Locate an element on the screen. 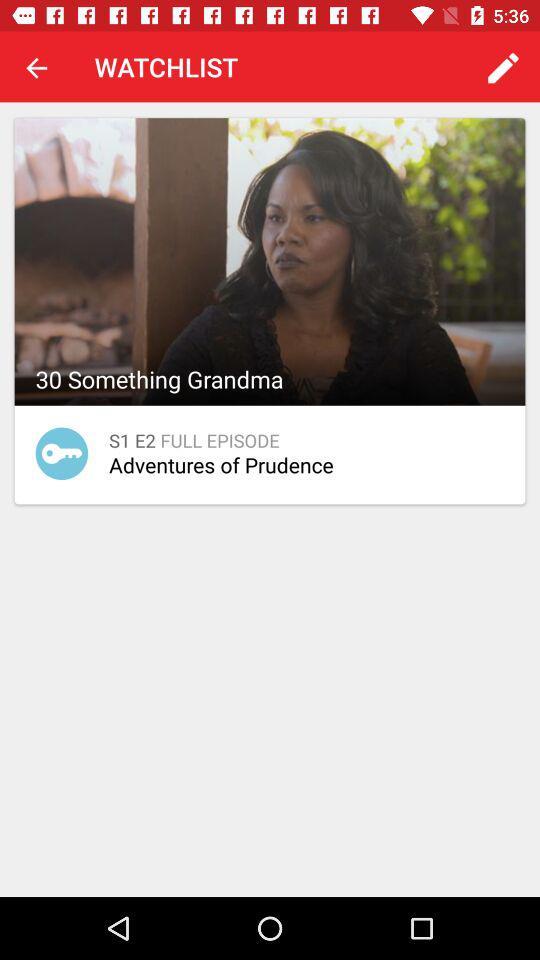  edit icon is located at coordinates (502, 67).